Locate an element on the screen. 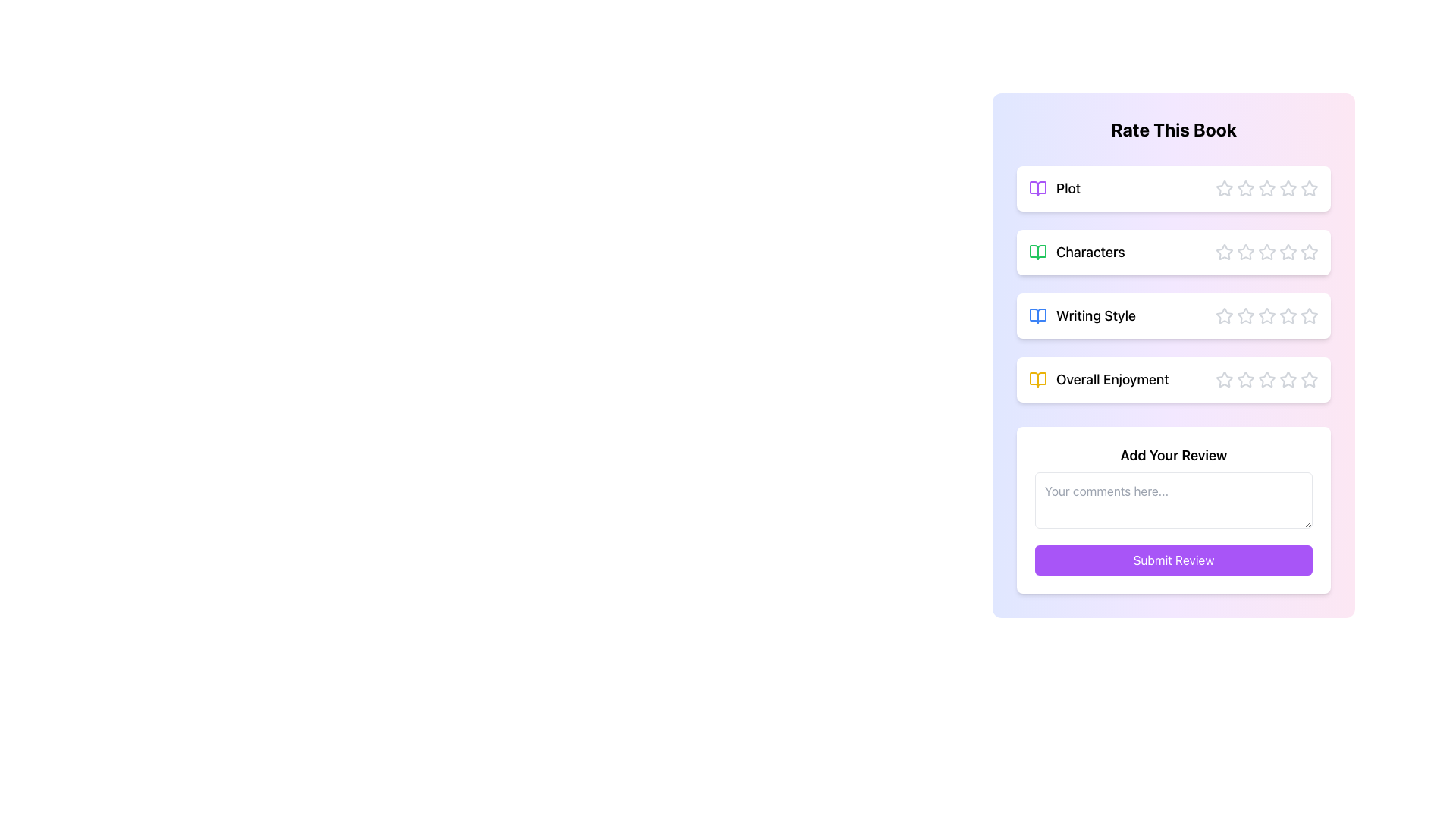 The image size is (1456, 819). the second star icon in the rating section under the 'Characters' category is located at coordinates (1245, 251).